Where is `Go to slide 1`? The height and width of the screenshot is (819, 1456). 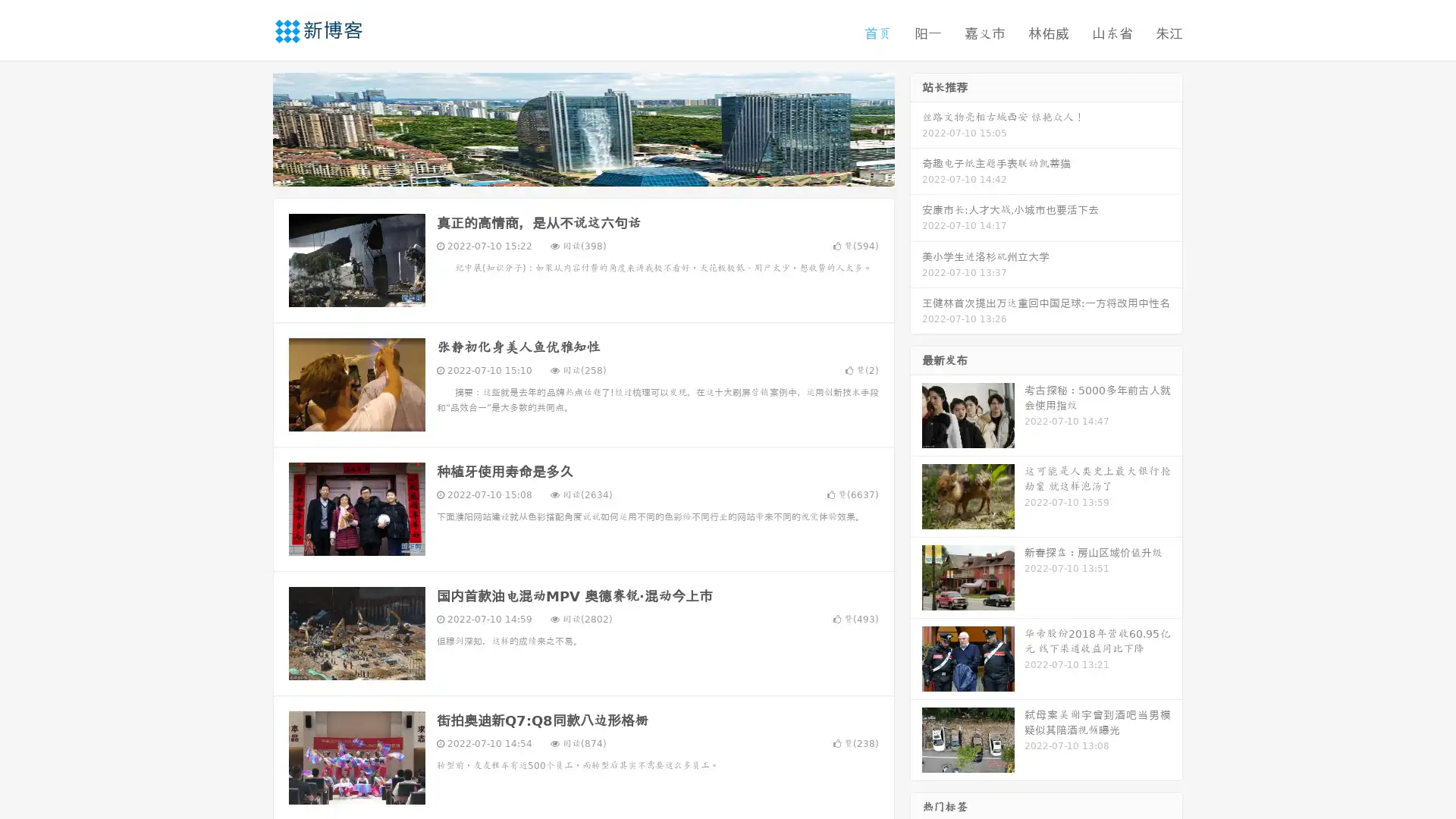
Go to slide 1 is located at coordinates (567, 171).